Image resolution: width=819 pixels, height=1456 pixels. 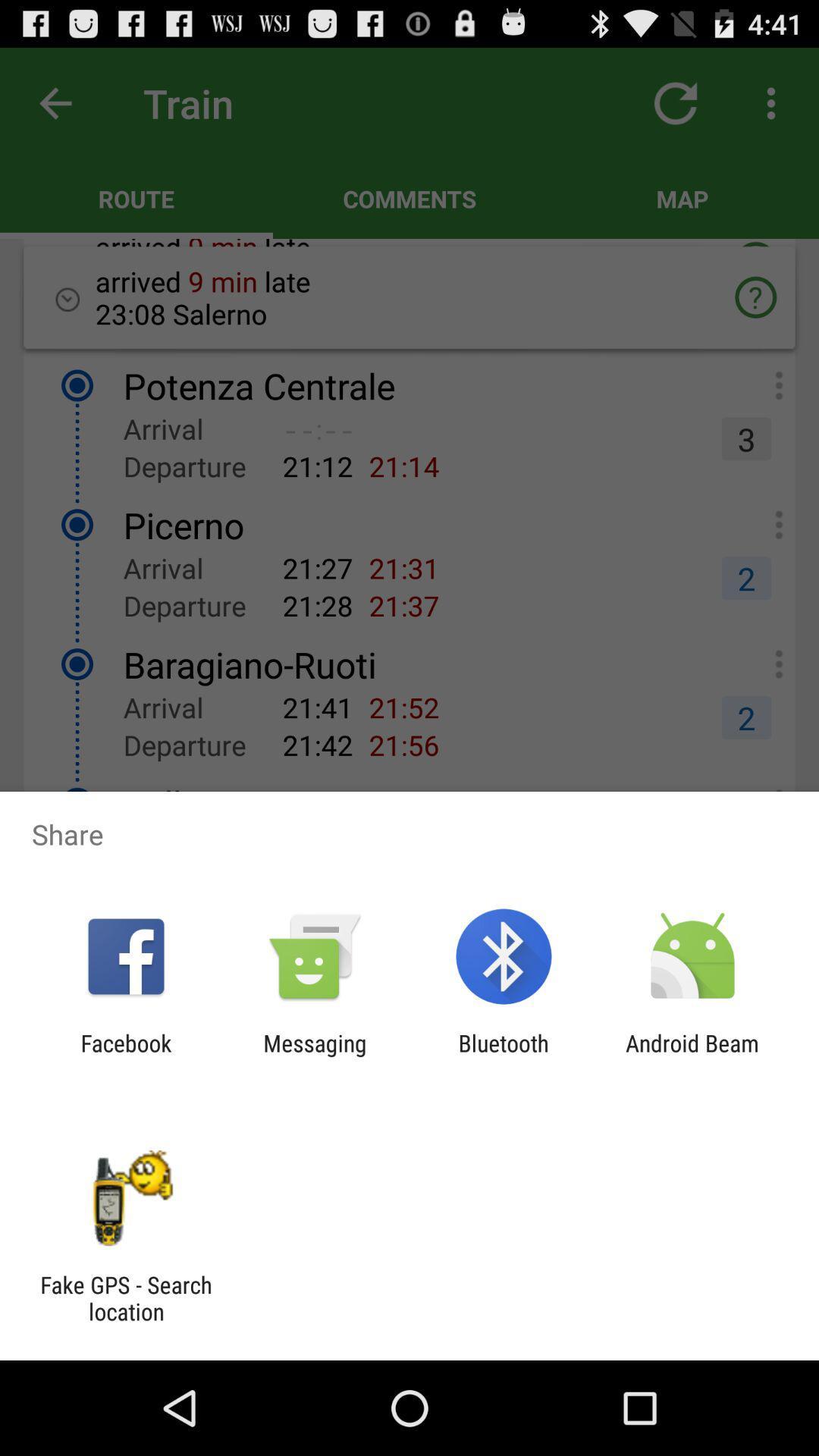 I want to click on the item to the right of the bluetooth, so click(x=692, y=1056).